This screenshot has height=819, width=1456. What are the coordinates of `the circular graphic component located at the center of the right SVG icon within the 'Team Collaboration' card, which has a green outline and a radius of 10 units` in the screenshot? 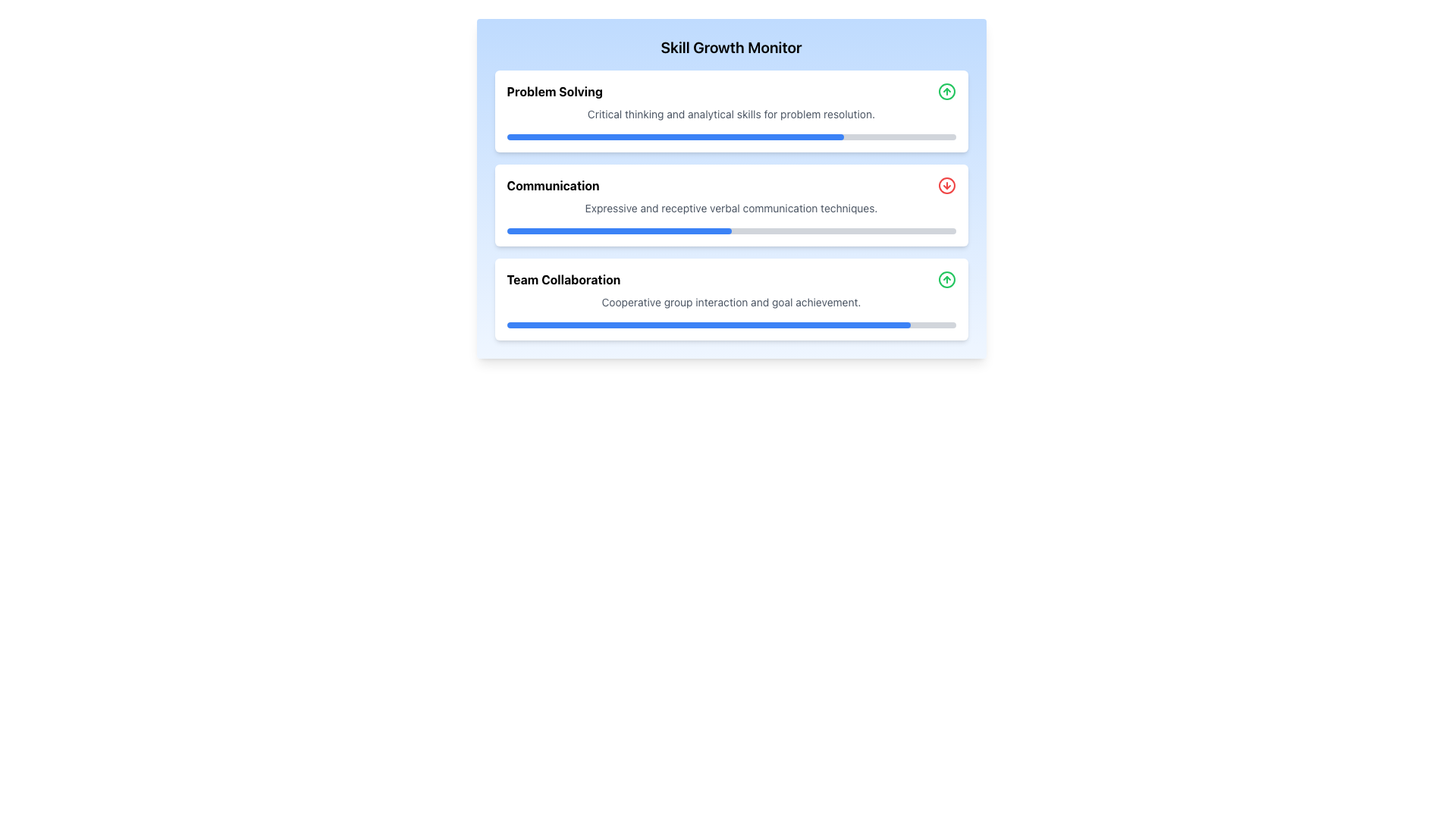 It's located at (946, 280).